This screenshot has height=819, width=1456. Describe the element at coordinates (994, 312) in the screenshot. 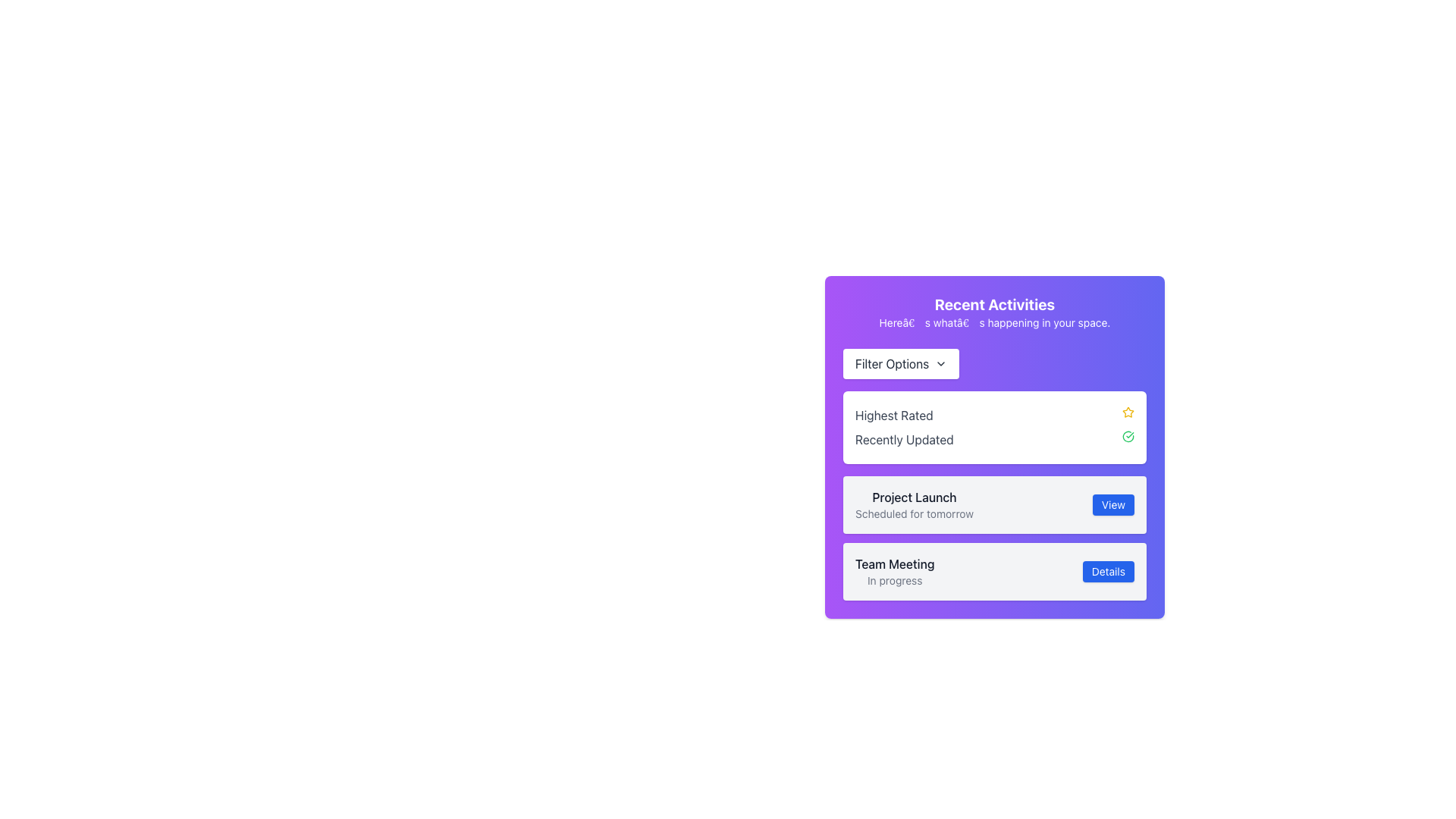

I see `the 'Recent Activities' text label, which is styled in bold and located at the top of a card with a gradient purple background` at that location.